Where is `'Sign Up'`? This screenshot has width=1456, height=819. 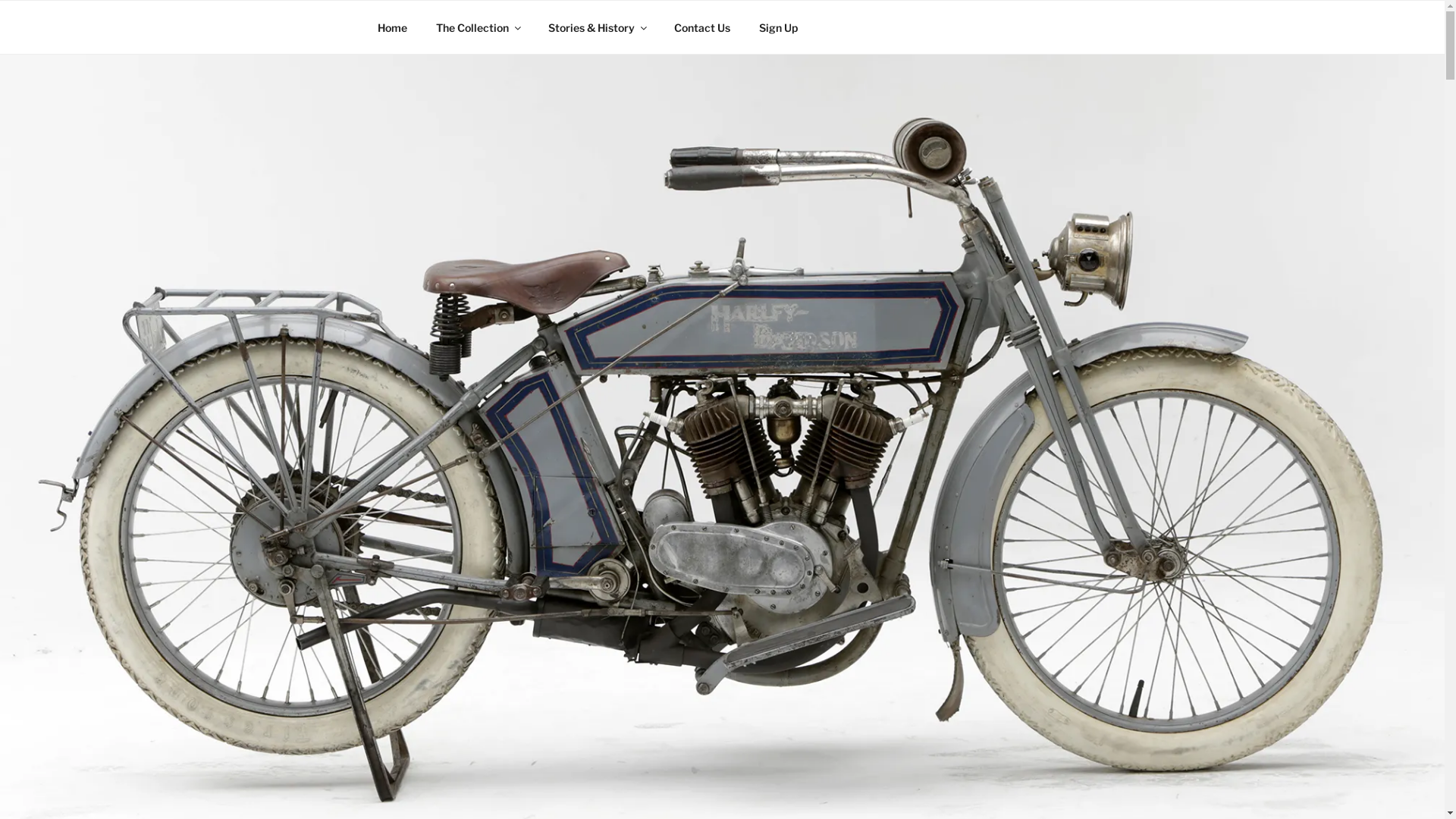 'Sign Up' is located at coordinates (745, 27).